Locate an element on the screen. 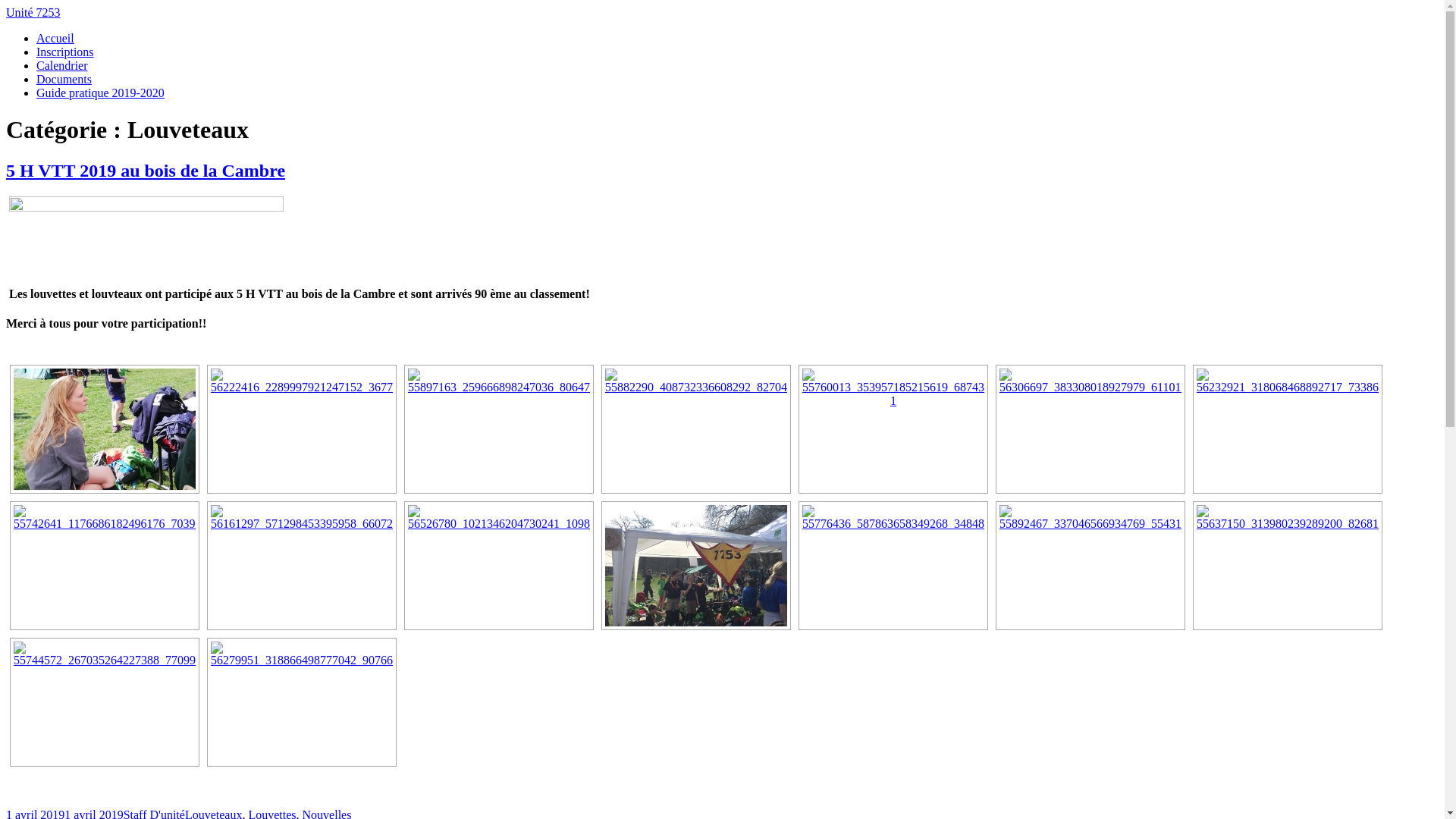  'Skip to content' is located at coordinates (5, 5).